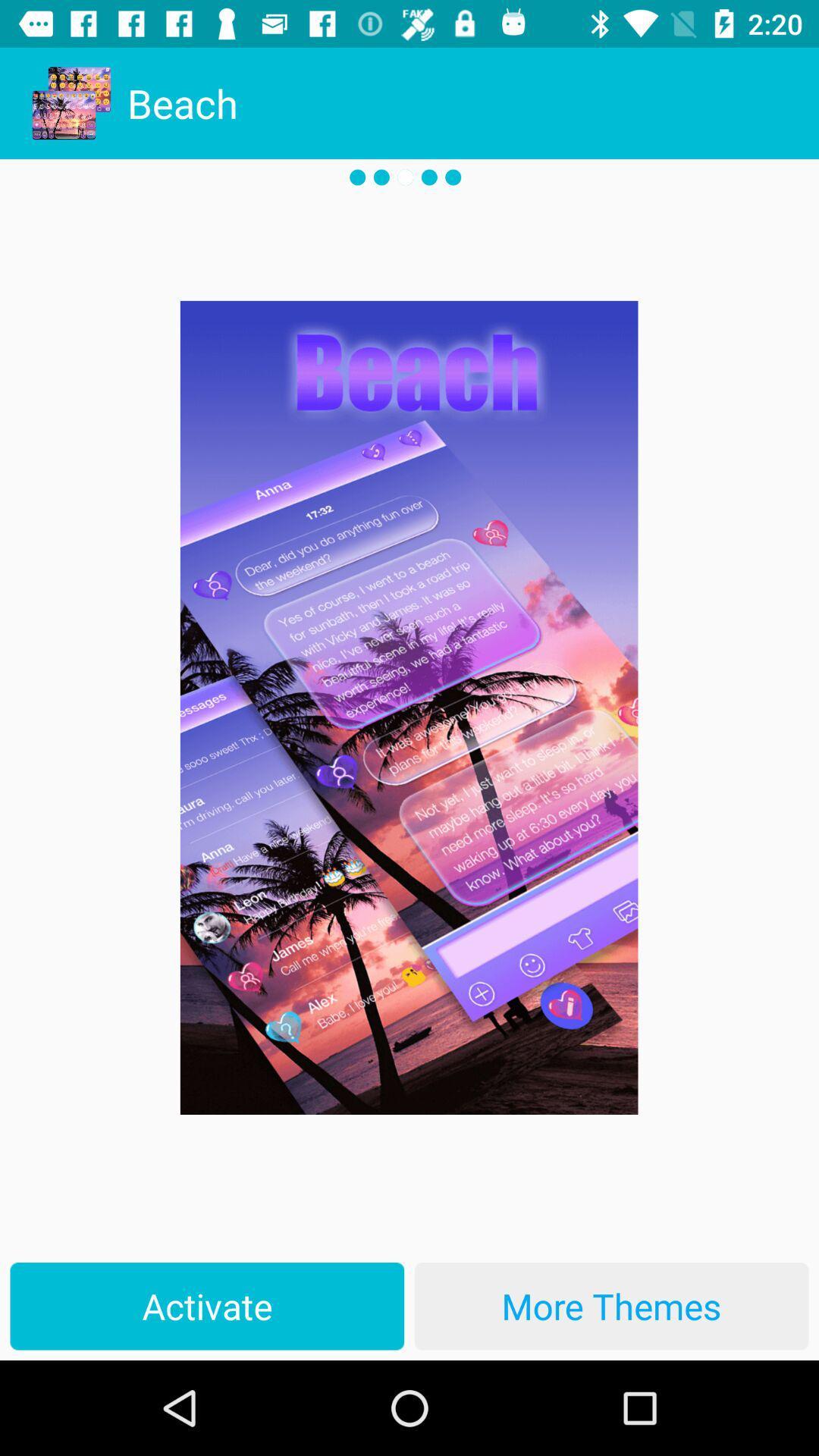  I want to click on the more themes at the bottom right corner, so click(610, 1305).